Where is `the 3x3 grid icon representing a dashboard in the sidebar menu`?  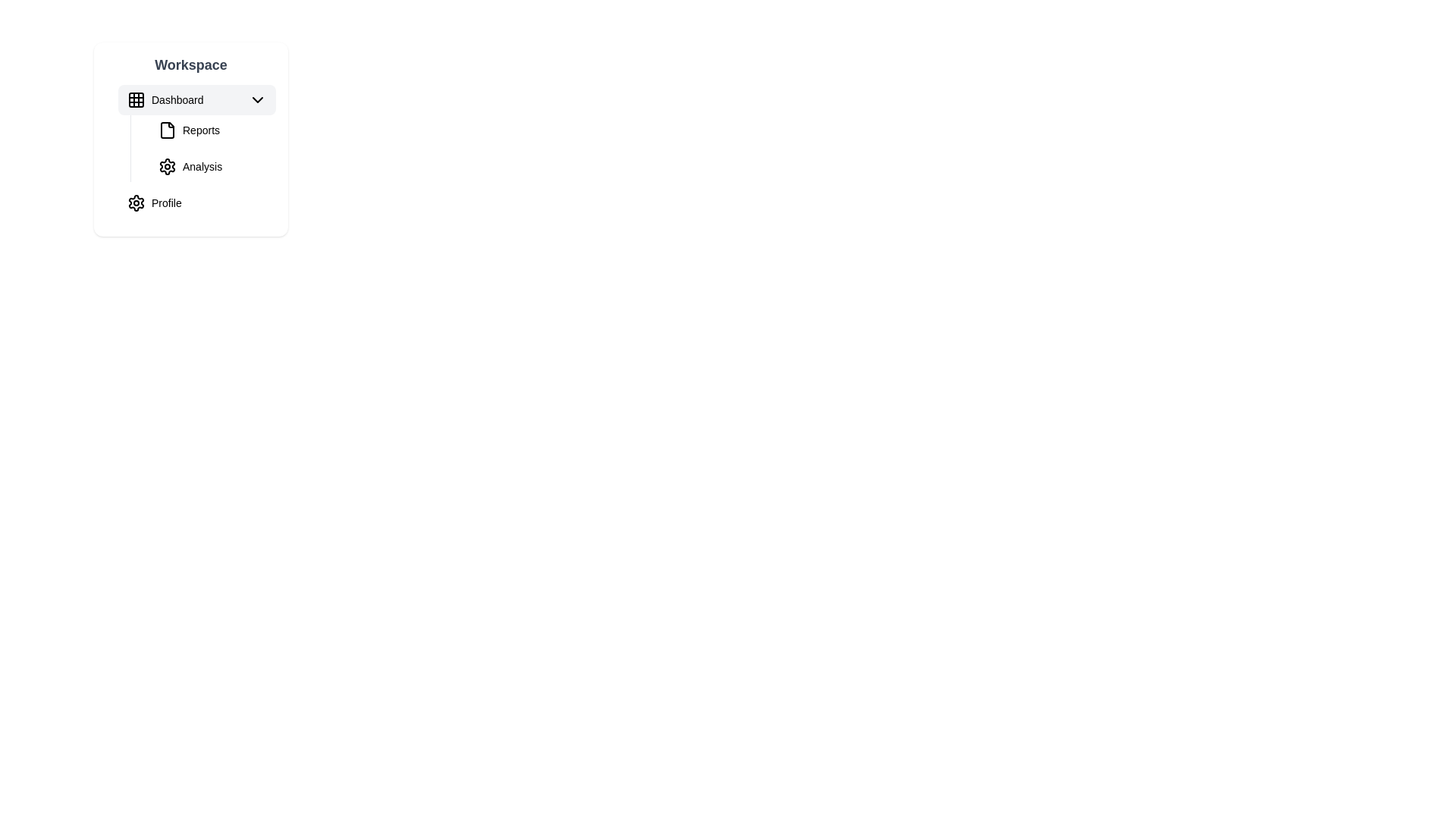
the 3x3 grid icon representing a dashboard in the sidebar menu is located at coordinates (136, 99).